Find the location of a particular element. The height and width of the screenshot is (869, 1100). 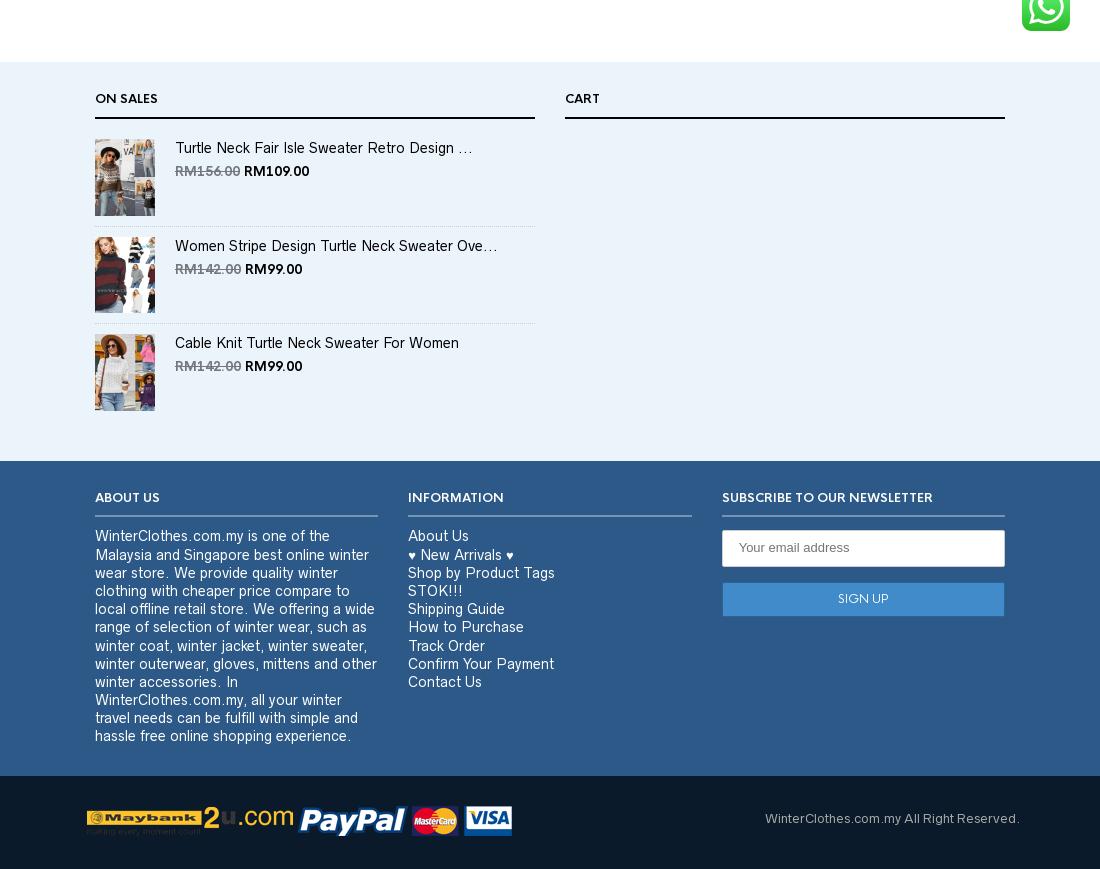

'109.00' is located at coordinates (286, 208).